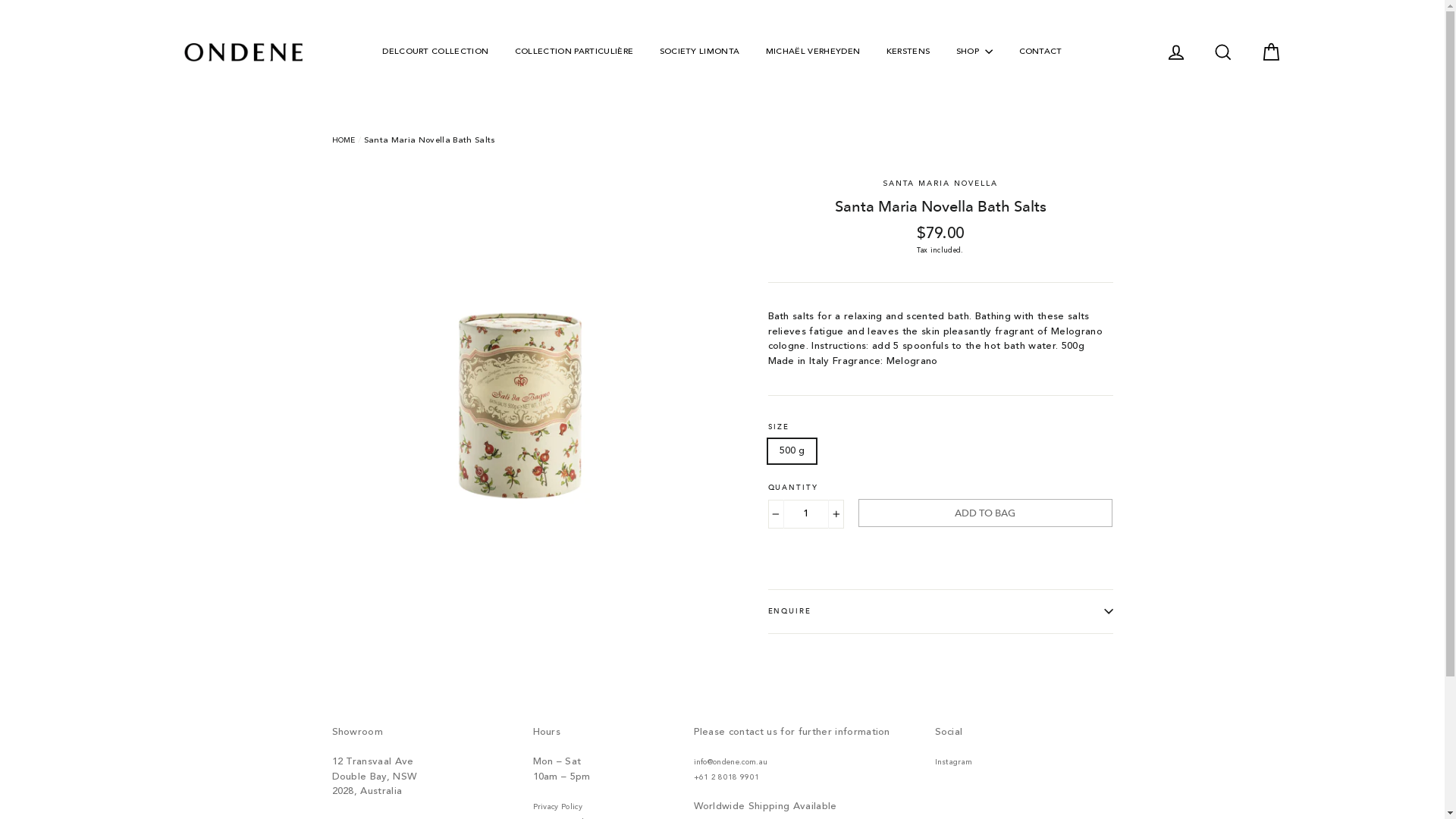 The image size is (1456, 819). Describe the element at coordinates (343, 140) in the screenshot. I see `'HOME'` at that location.